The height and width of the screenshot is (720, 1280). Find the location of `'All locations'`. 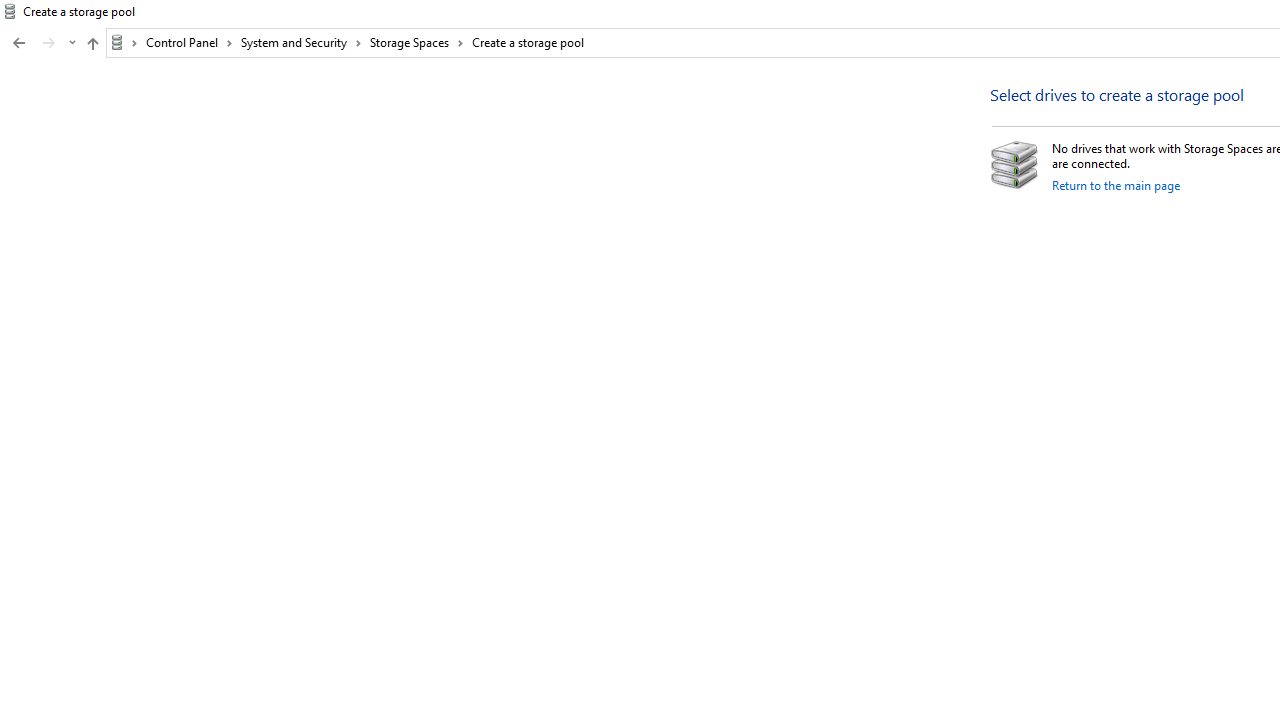

'All locations' is located at coordinates (123, 42).